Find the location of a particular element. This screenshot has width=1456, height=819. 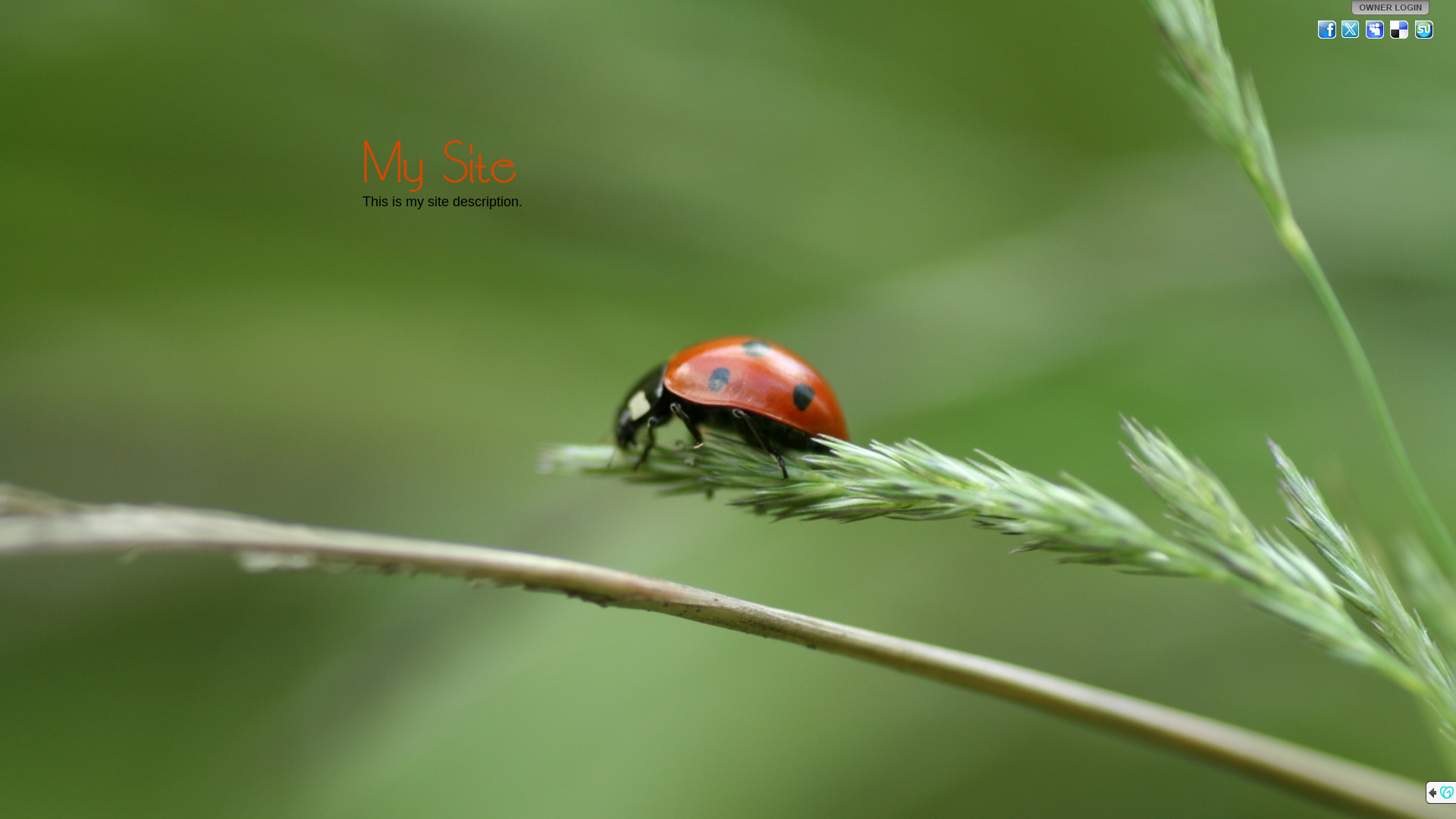

'Twitter' is located at coordinates (1351, 29).